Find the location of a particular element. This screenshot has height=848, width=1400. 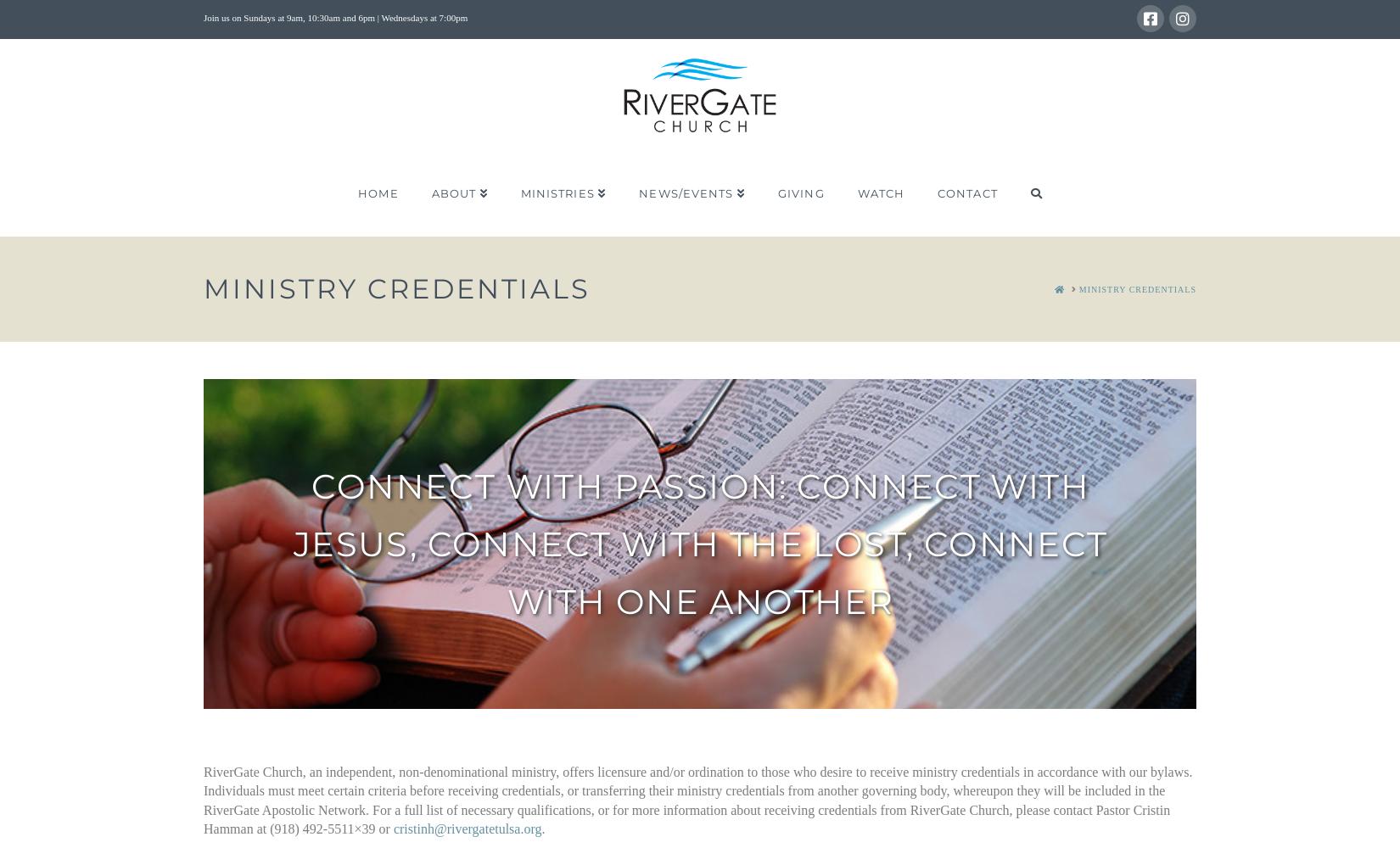

'.' is located at coordinates (542, 828).